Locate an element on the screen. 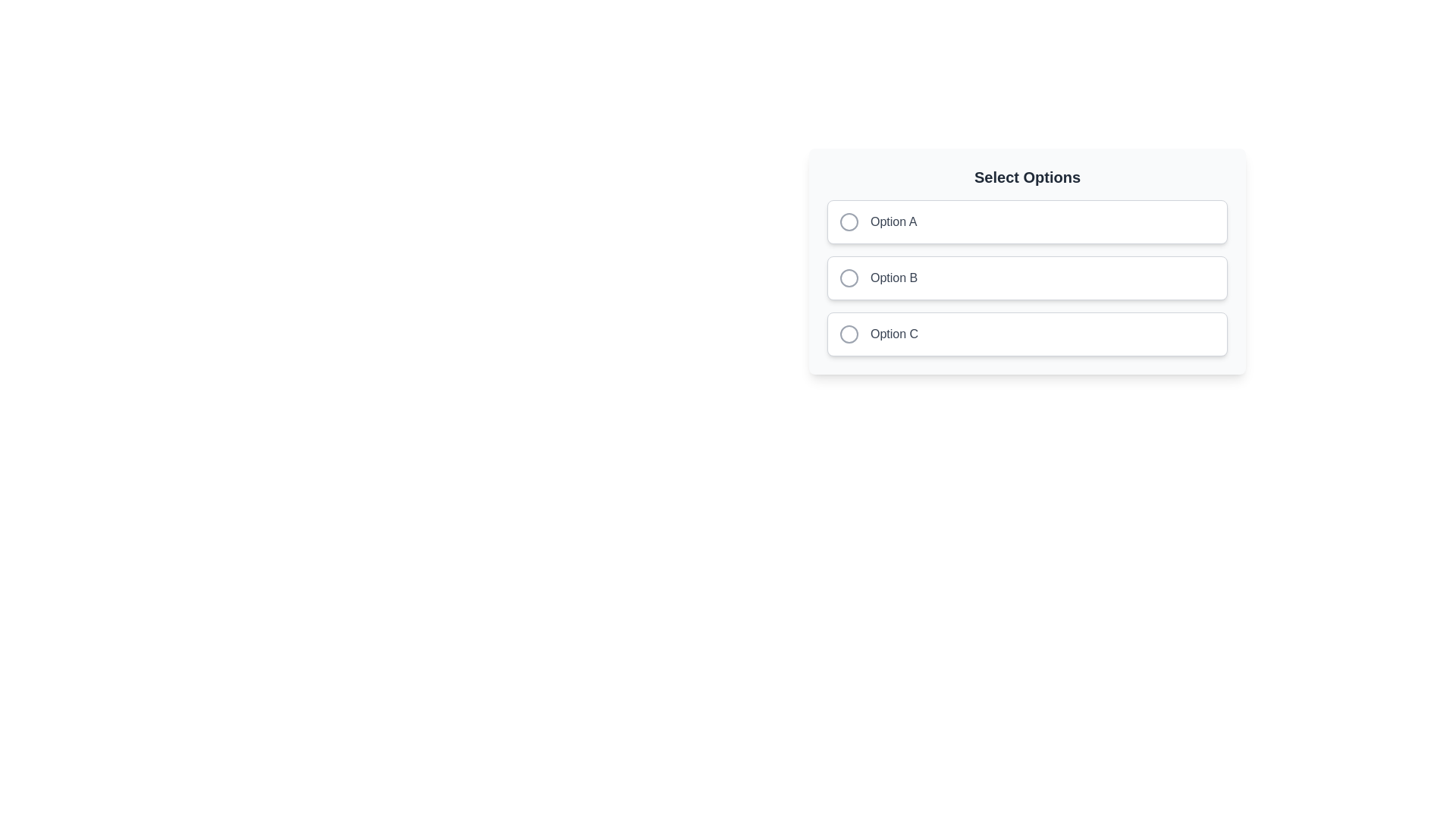  the interactive radio button for 'Option C' is located at coordinates (848, 333).